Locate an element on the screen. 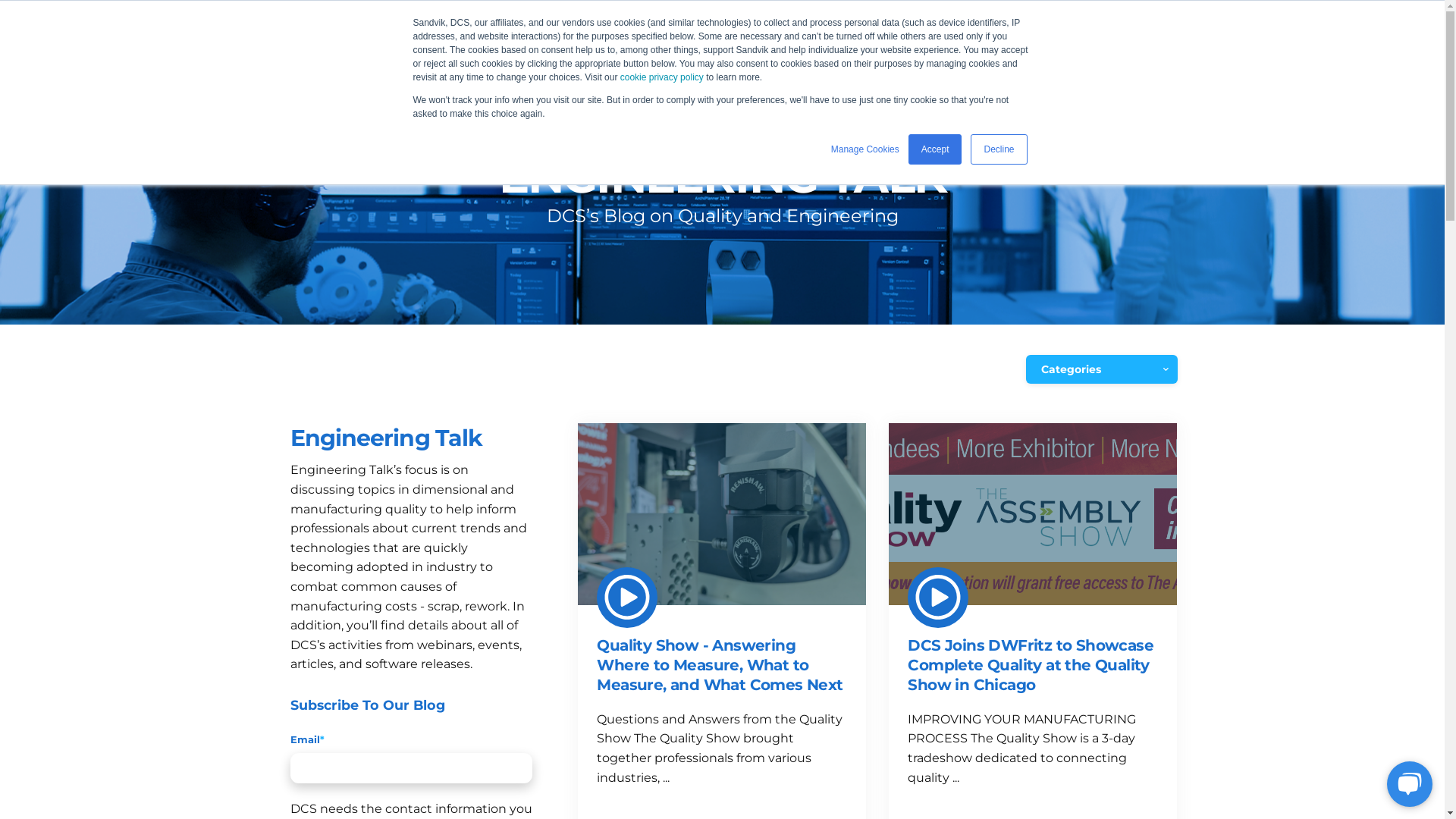 Image resolution: width=1456 pixels, height=819 pixels. 'Accept' is located at coordinates (934, 149).